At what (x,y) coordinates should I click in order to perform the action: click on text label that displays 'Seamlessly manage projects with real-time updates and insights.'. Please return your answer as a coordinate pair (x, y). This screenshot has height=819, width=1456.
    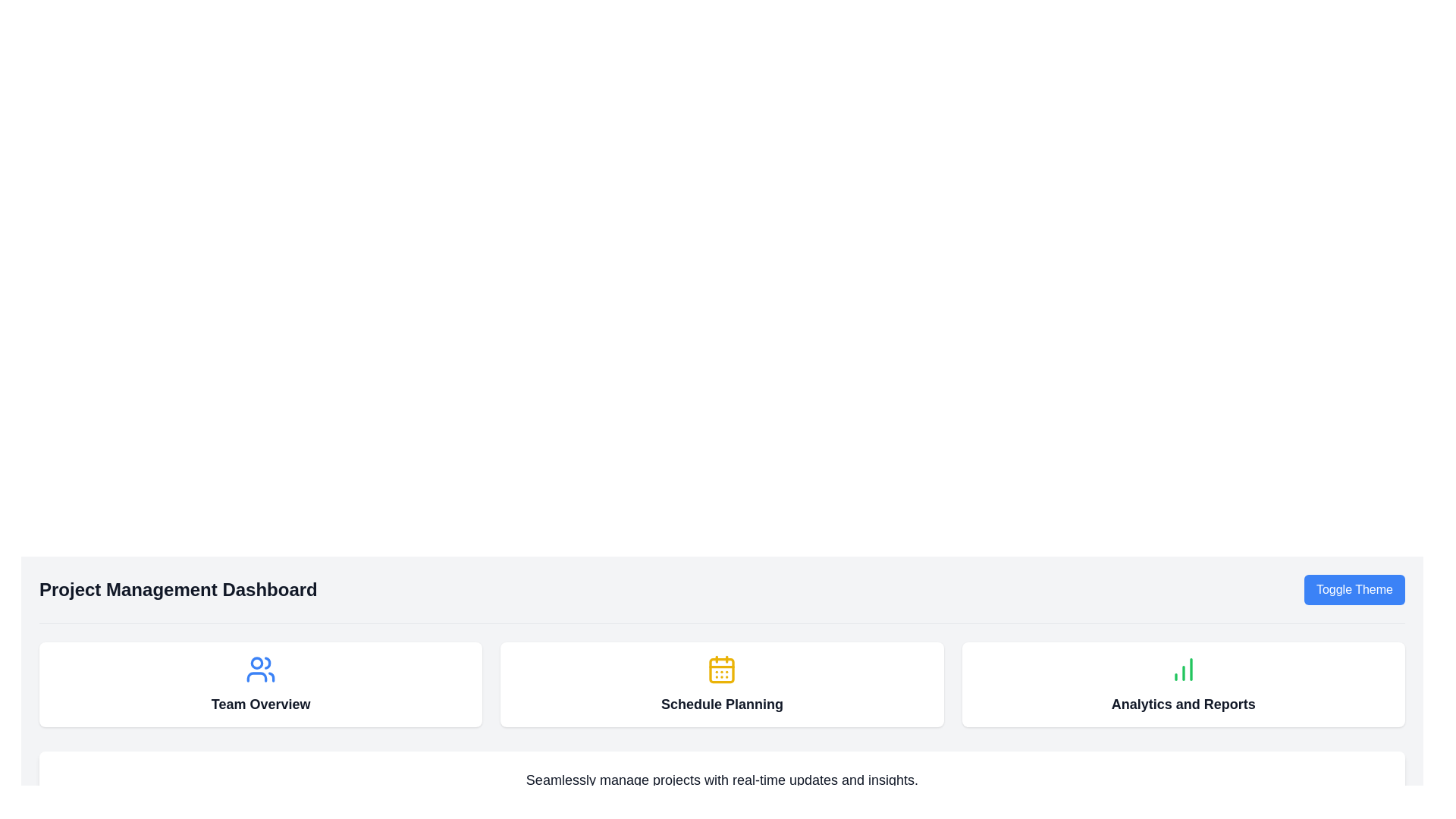
    Looking at the image, I should click on (721, 780).